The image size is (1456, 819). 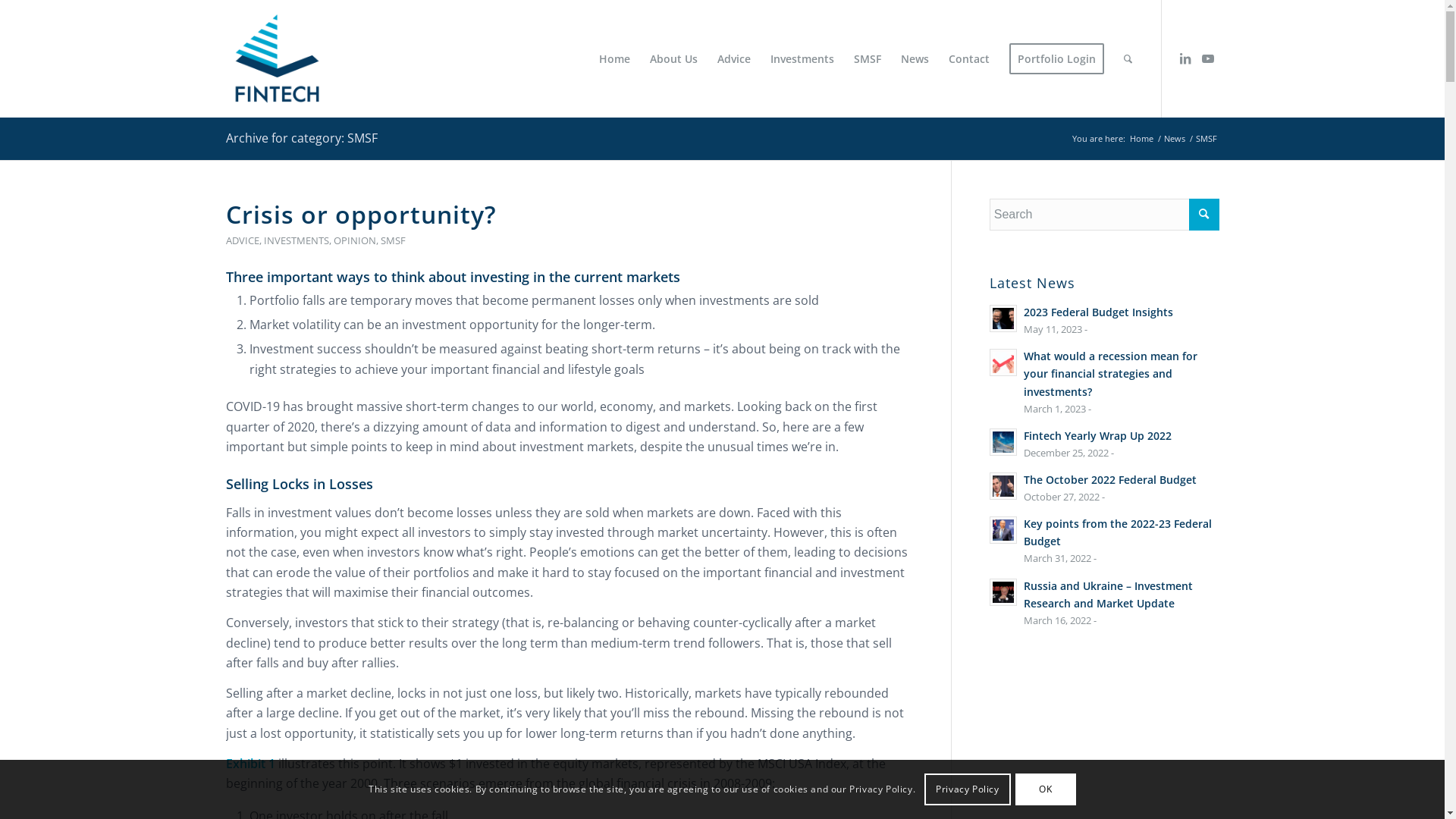 I want to click on 'Portfolio Login', so click(x=1056, y=58).